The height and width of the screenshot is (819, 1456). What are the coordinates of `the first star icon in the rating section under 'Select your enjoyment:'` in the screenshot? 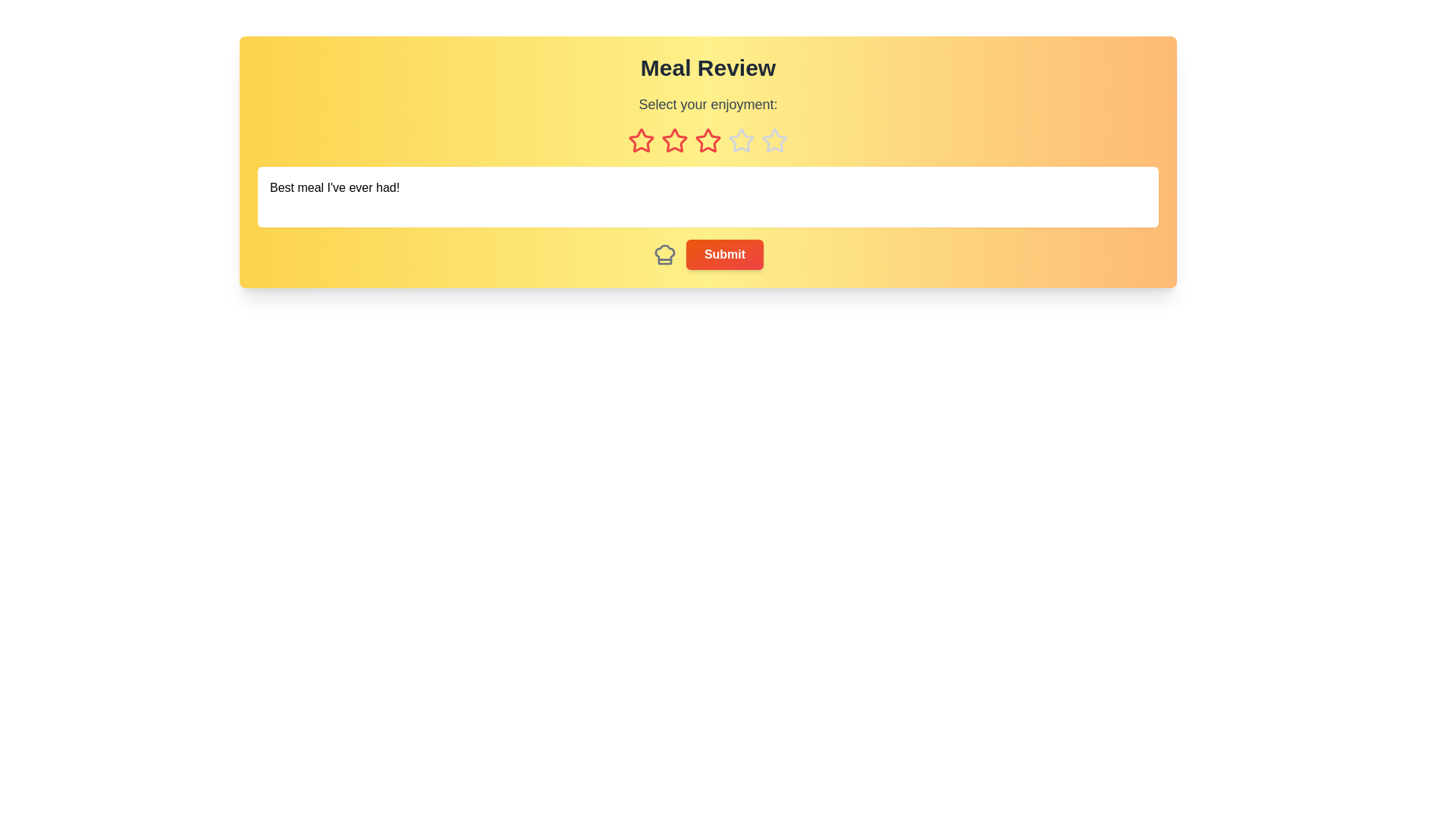 It's located at (641, 140).